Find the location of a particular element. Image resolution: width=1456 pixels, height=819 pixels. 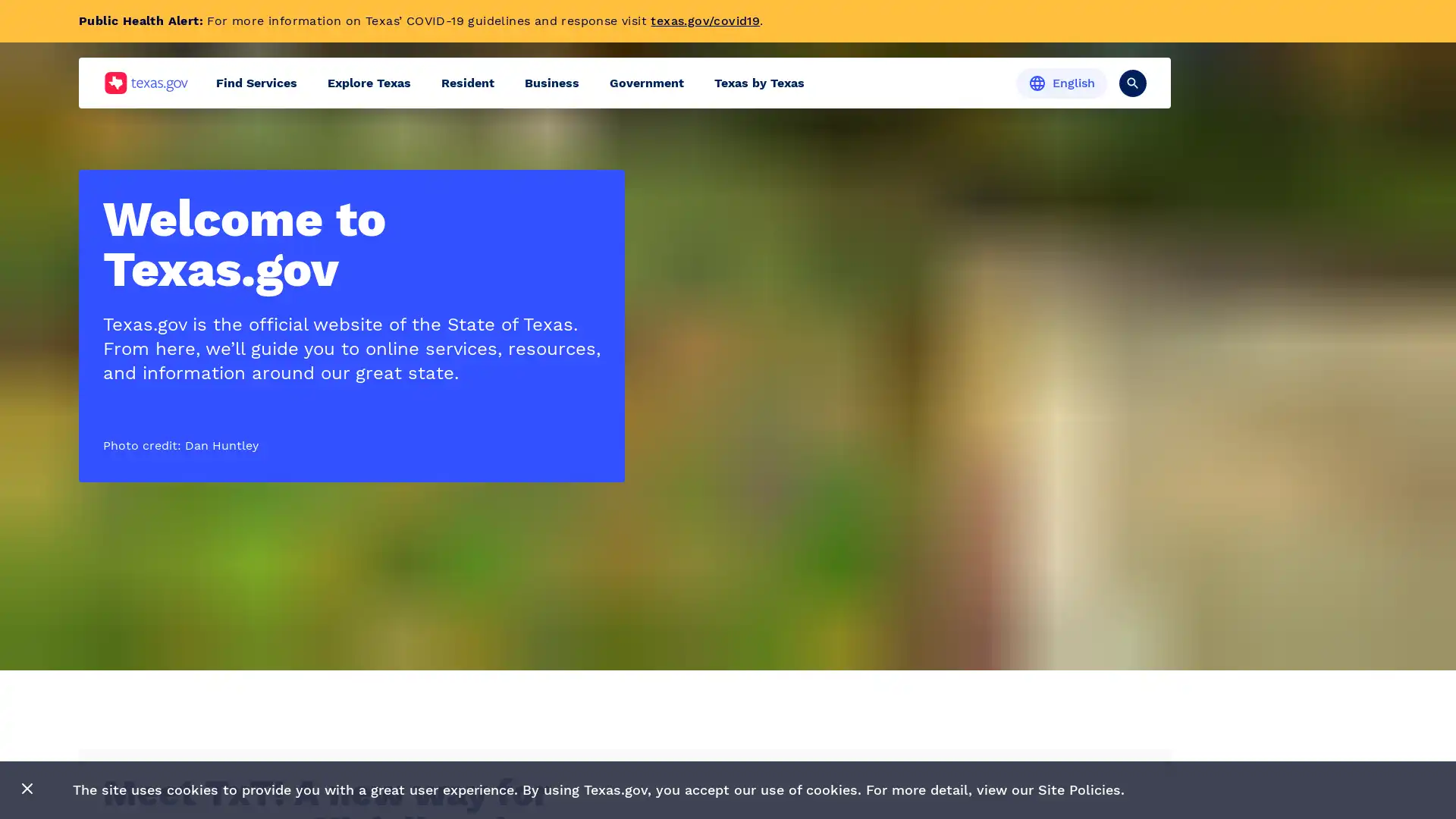

Explore Texas is located at coordinates (369, 83).